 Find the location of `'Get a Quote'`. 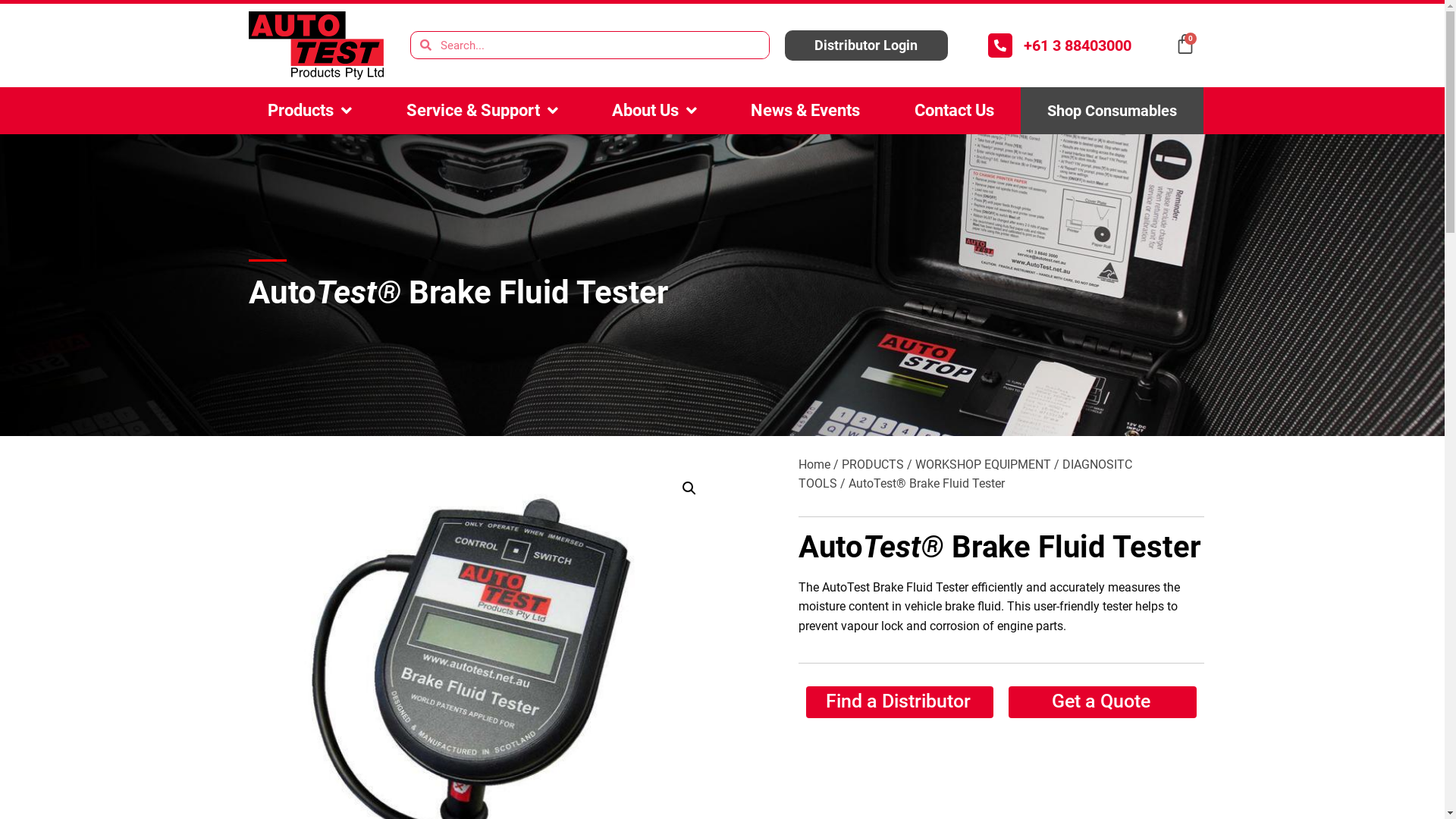

'Get a Quote' is located at coordinates (1008, 701).